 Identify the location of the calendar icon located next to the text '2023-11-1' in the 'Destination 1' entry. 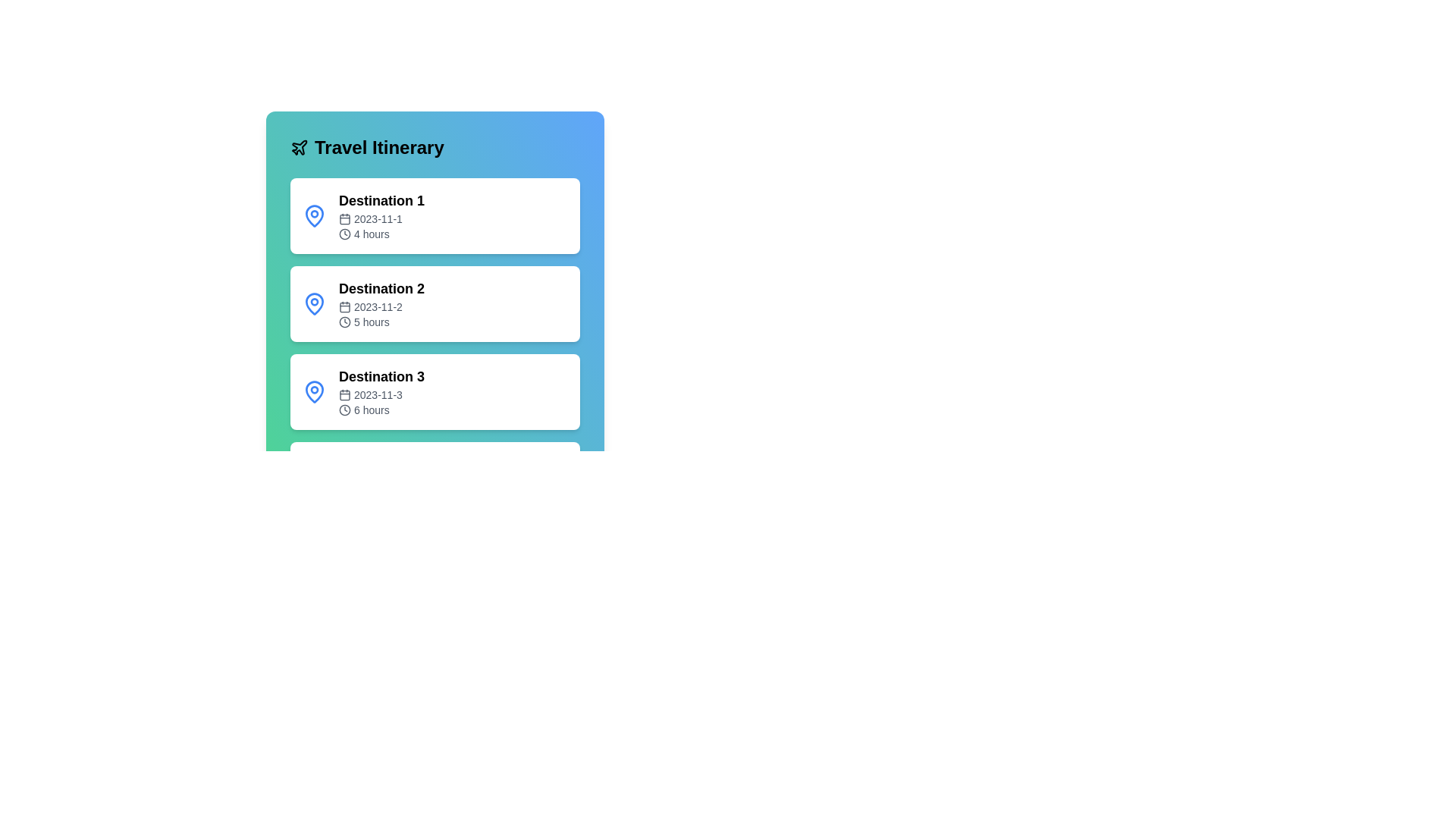
(344, 219).